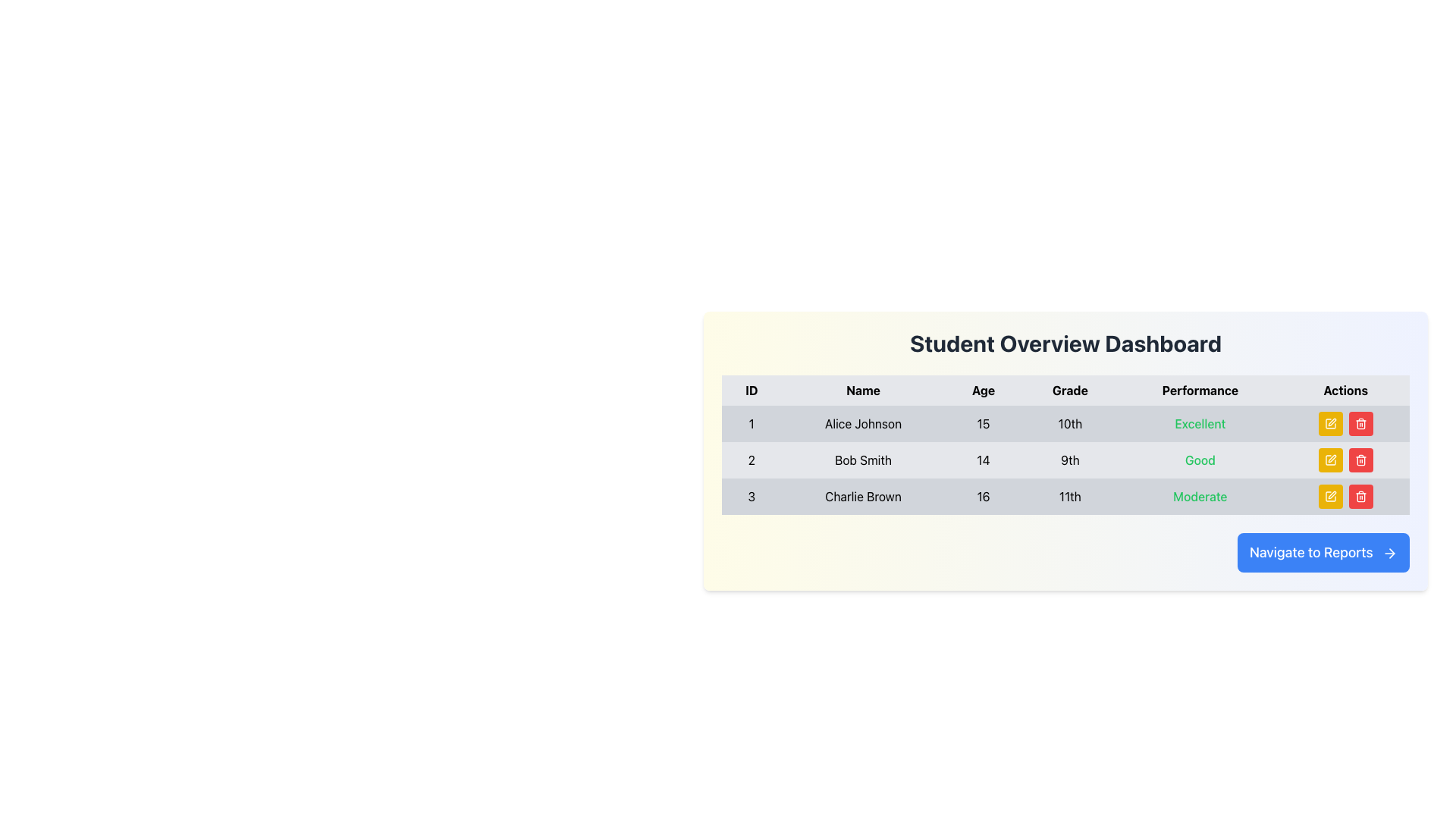  I want to click on the prominent header text displaying 'Student Overview Dashboard', which is styled in a large, bold font and positioned above the student data table, so click(1065, 343).